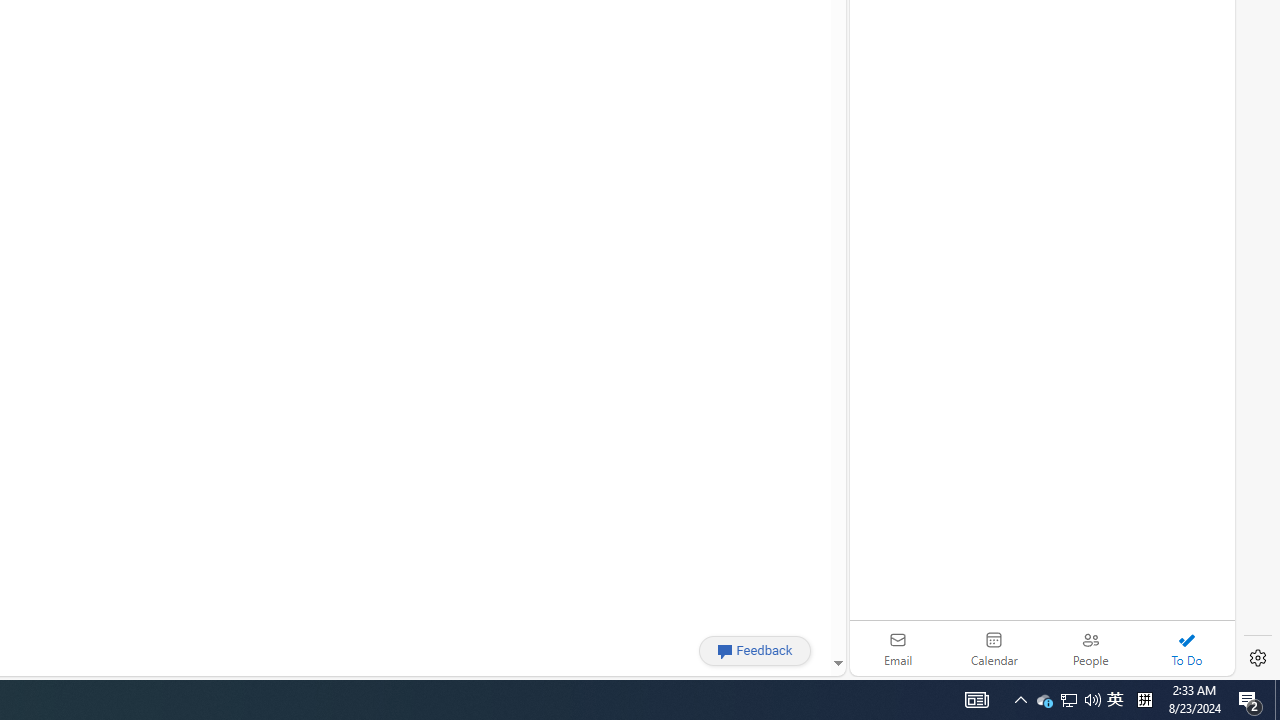  What do you see at coordinates (897, 648) in the screenshot?
I see `'Email'` at bounding box center [897, 648].